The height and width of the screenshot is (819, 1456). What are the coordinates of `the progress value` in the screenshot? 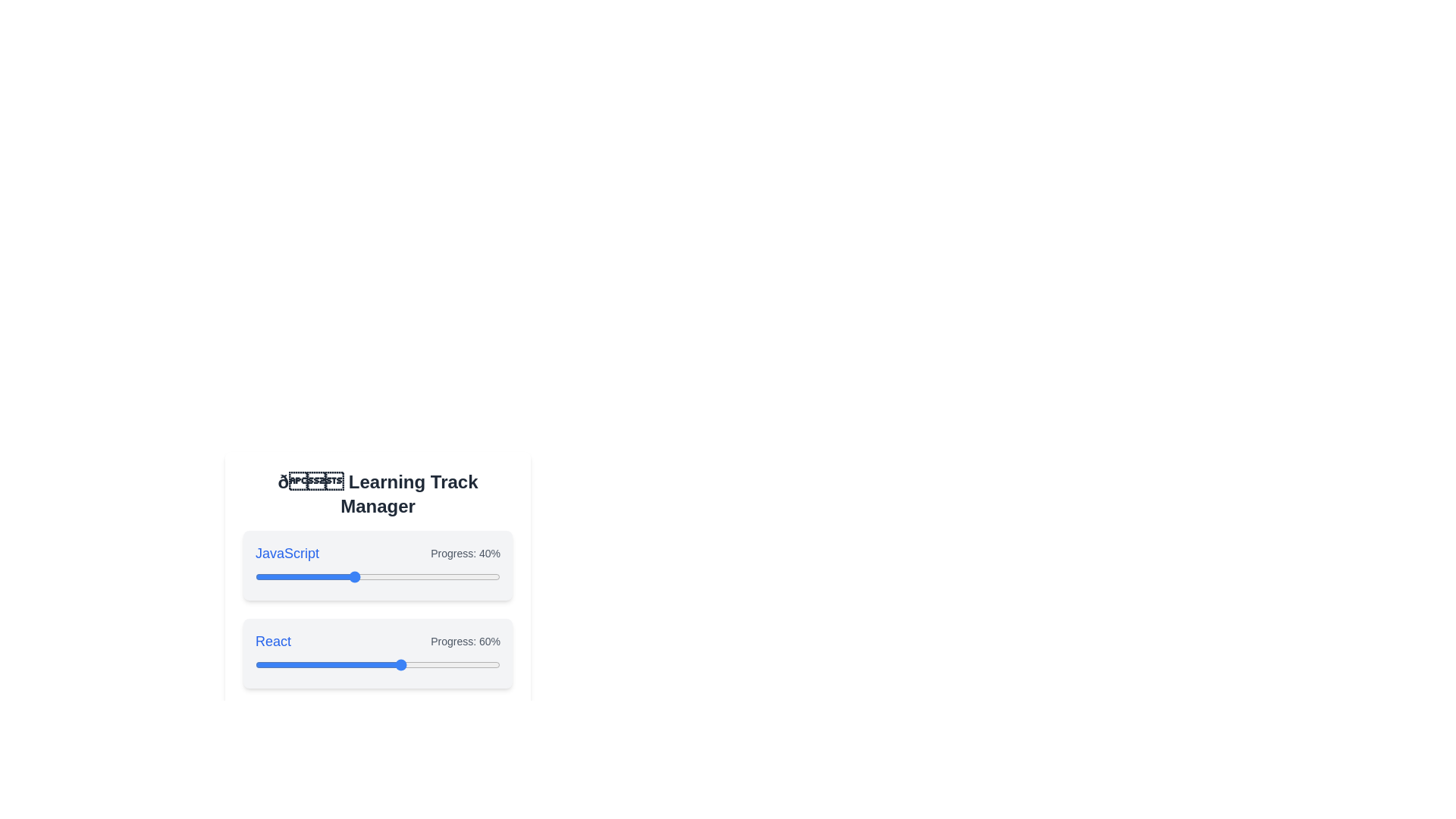 It's located at (265, 664).